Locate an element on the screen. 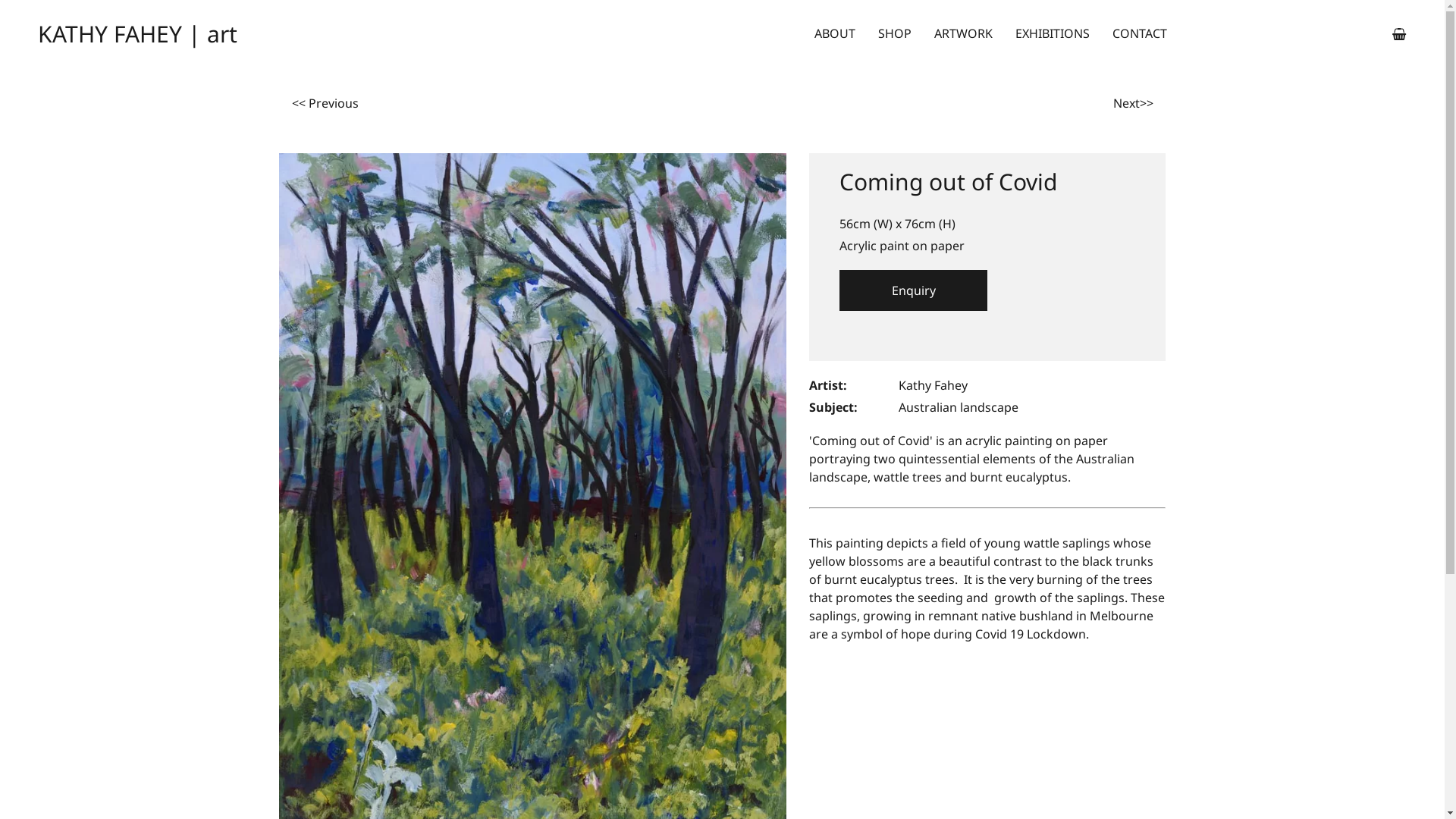 The width and height of the screenshot is (1456, 819). 'Enquiry' is located at coordinates (912, 290).